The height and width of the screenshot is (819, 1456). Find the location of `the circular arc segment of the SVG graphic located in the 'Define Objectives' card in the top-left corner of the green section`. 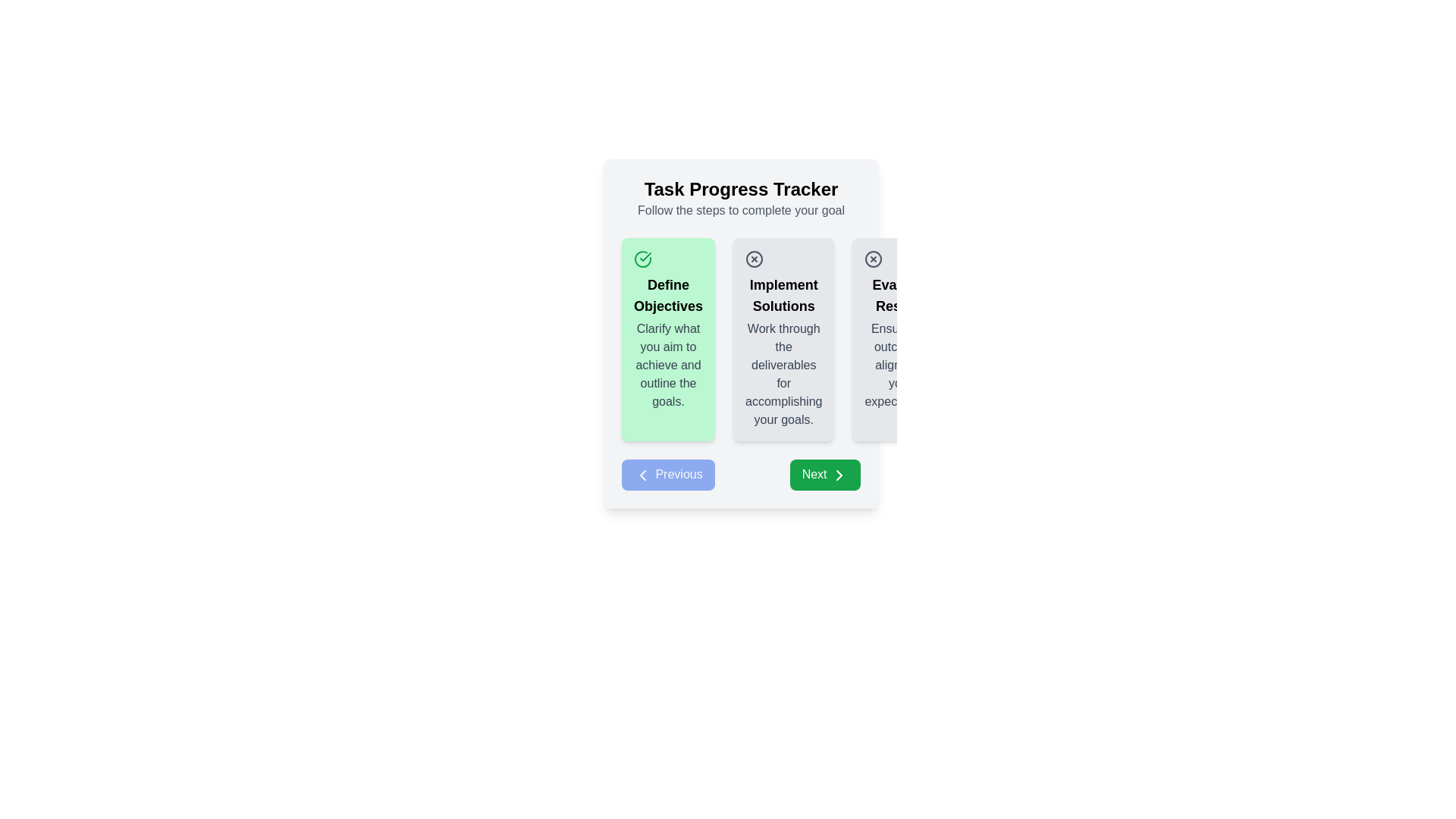

the circular arc segment of the SVG graphic located in the 'Define Objectives' card in the top-left corner of the green section is located at coordinates (643, 259).